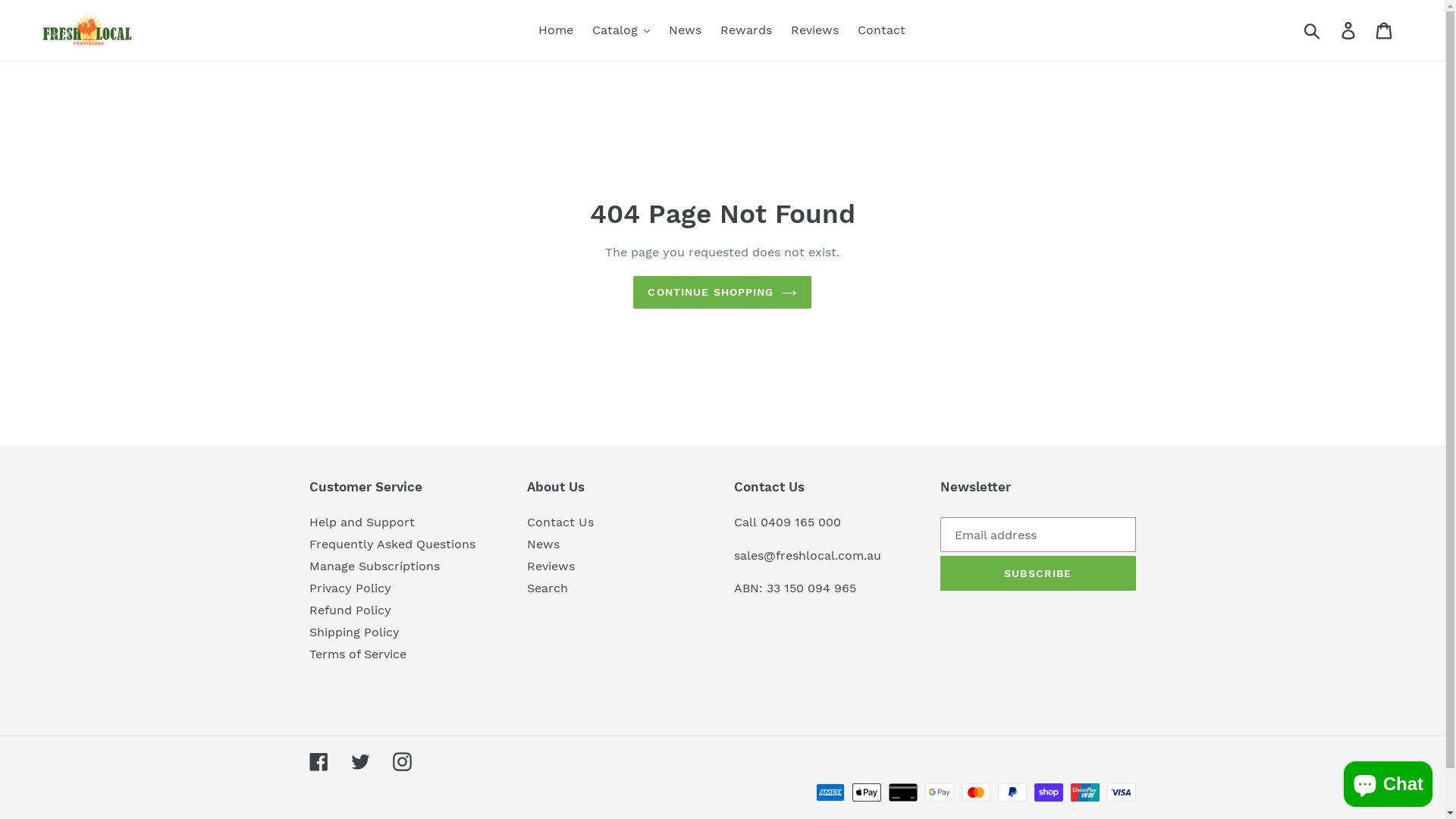  I want to click on 'Shopify online store chat', so click(1388, 780).